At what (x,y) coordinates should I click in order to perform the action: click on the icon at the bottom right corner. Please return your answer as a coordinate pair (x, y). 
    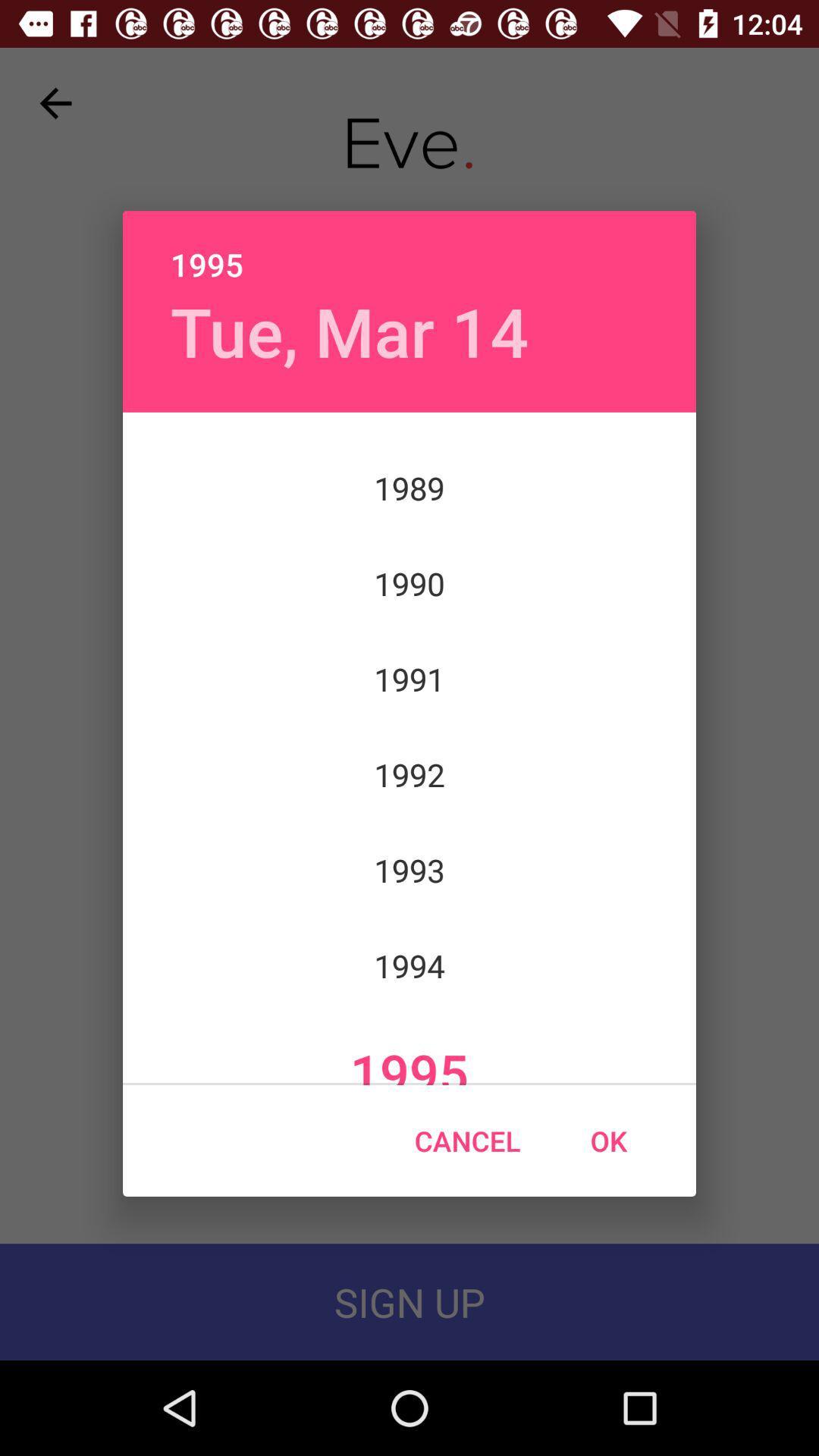
    Looking at the image, I should click on (607, 1141).